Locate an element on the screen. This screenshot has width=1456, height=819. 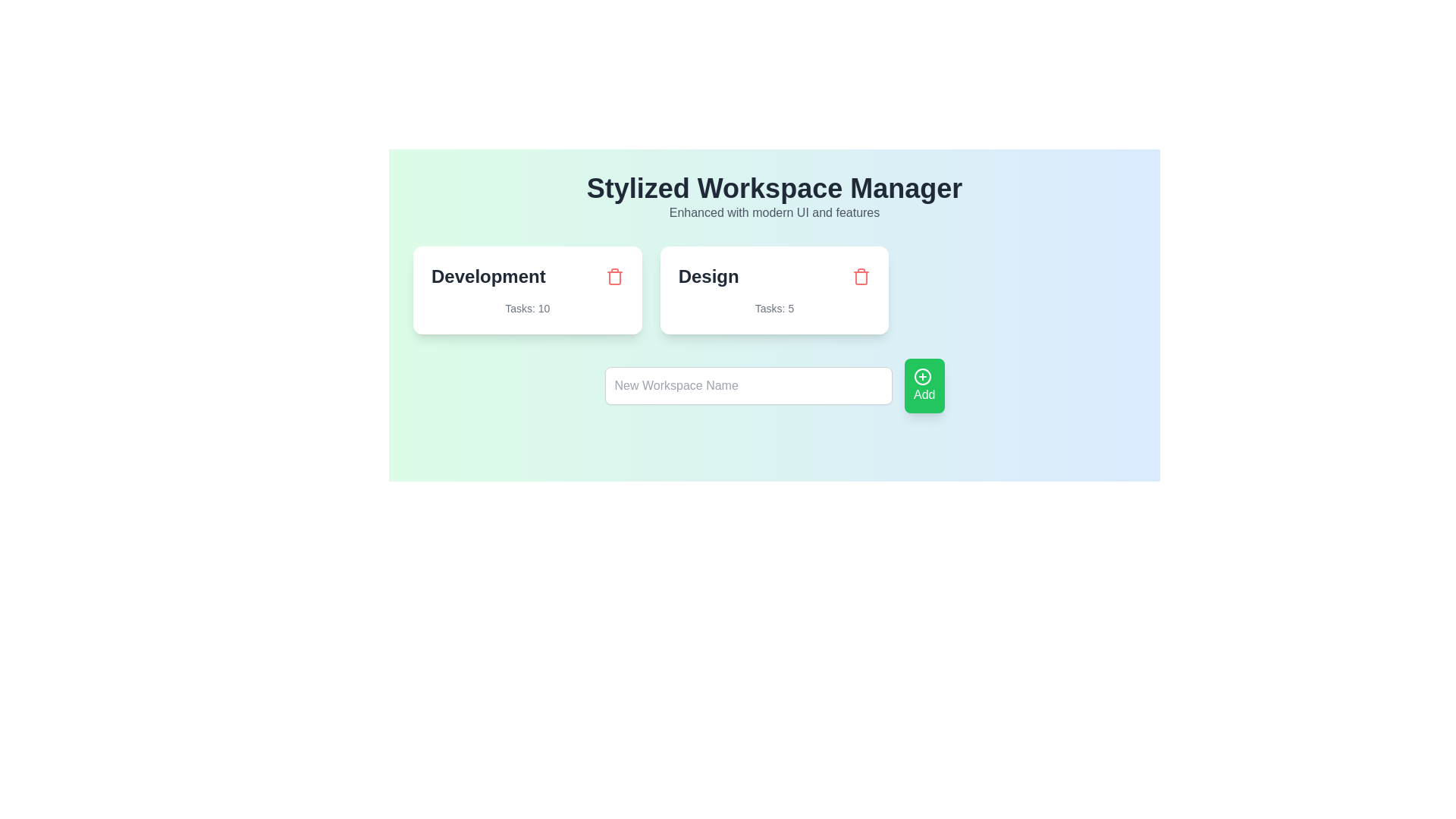
the 'Development' section title label located above the text 'Tasks: 10' in the left card of a two-card layout is located at coordinates (488, 277).